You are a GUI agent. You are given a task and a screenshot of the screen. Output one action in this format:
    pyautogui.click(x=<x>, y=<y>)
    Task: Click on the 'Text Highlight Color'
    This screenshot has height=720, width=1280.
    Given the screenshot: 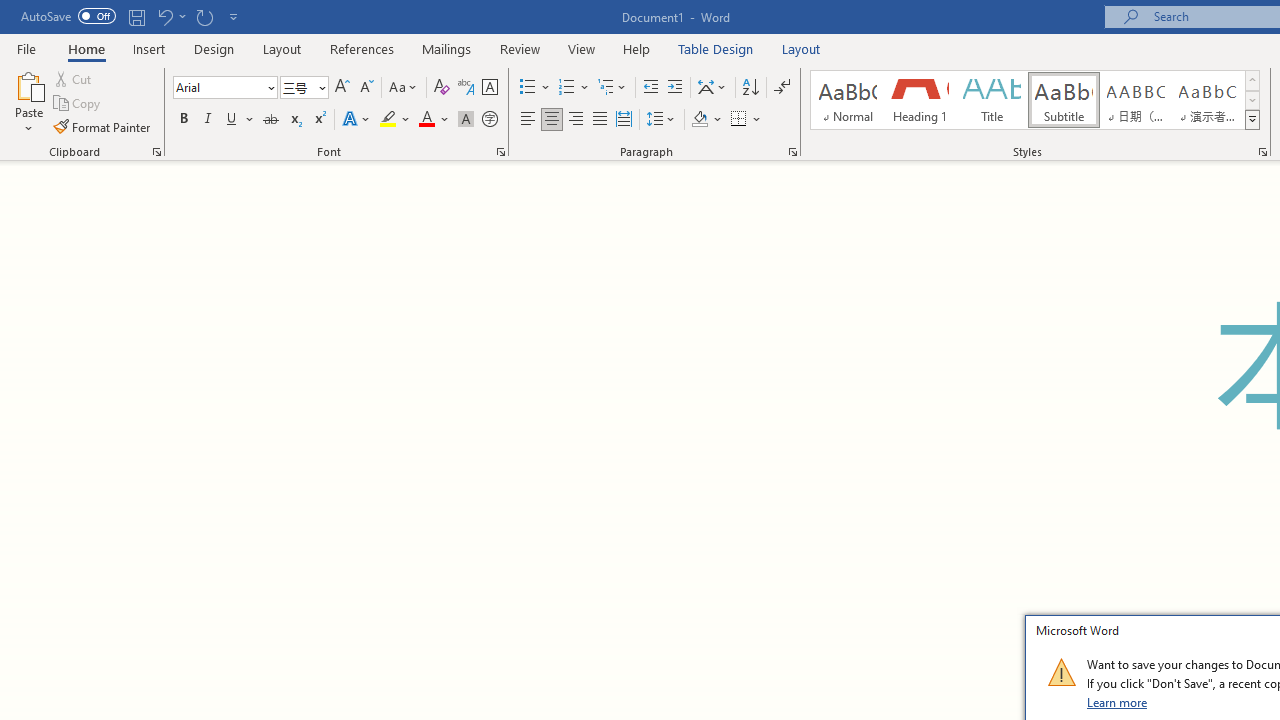 What is the action you would take?
    pyautogui.click(x=395, y=119)
    